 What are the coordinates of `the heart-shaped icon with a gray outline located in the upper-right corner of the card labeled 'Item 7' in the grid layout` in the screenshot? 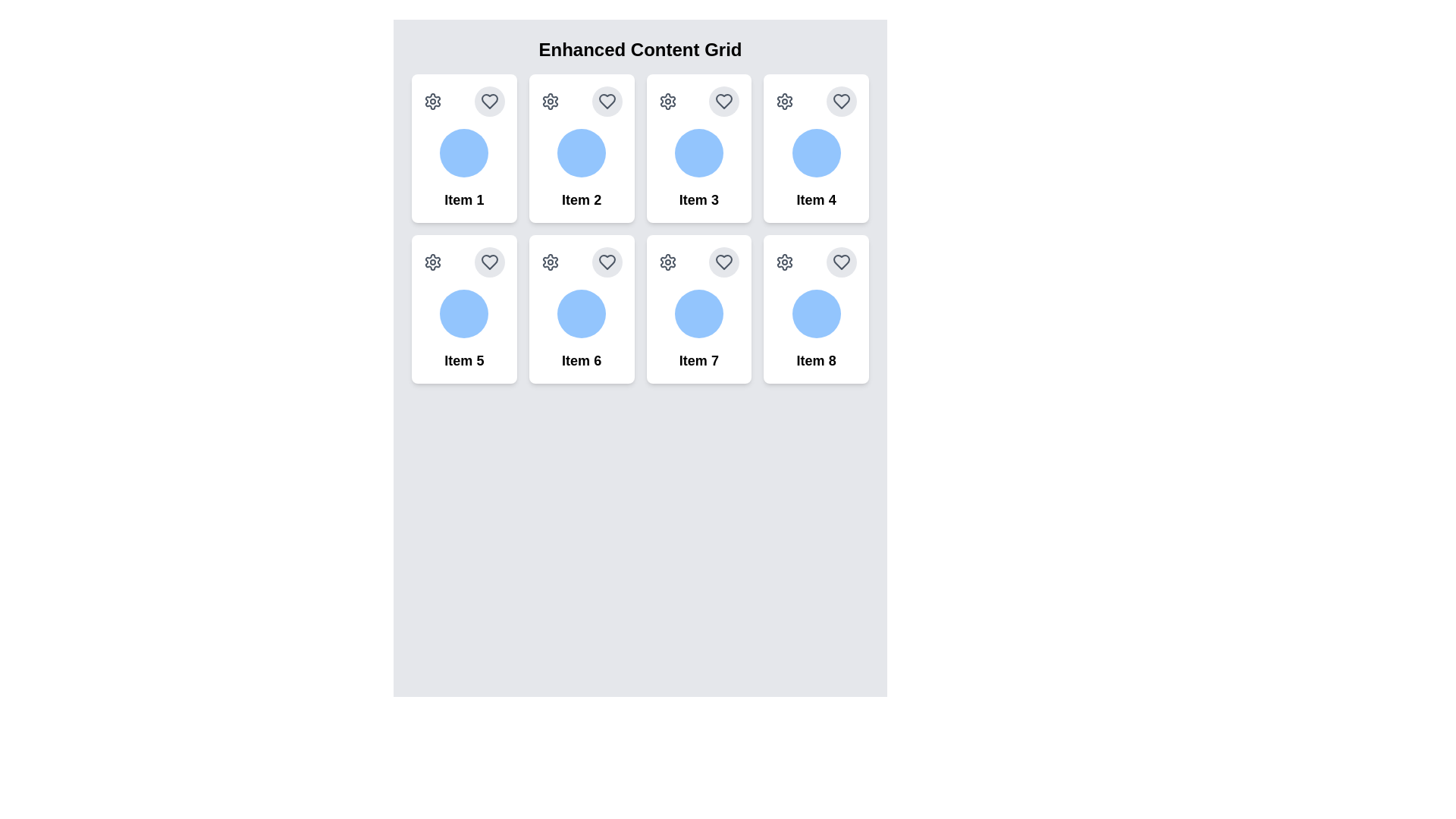 It's located at (723, 262).